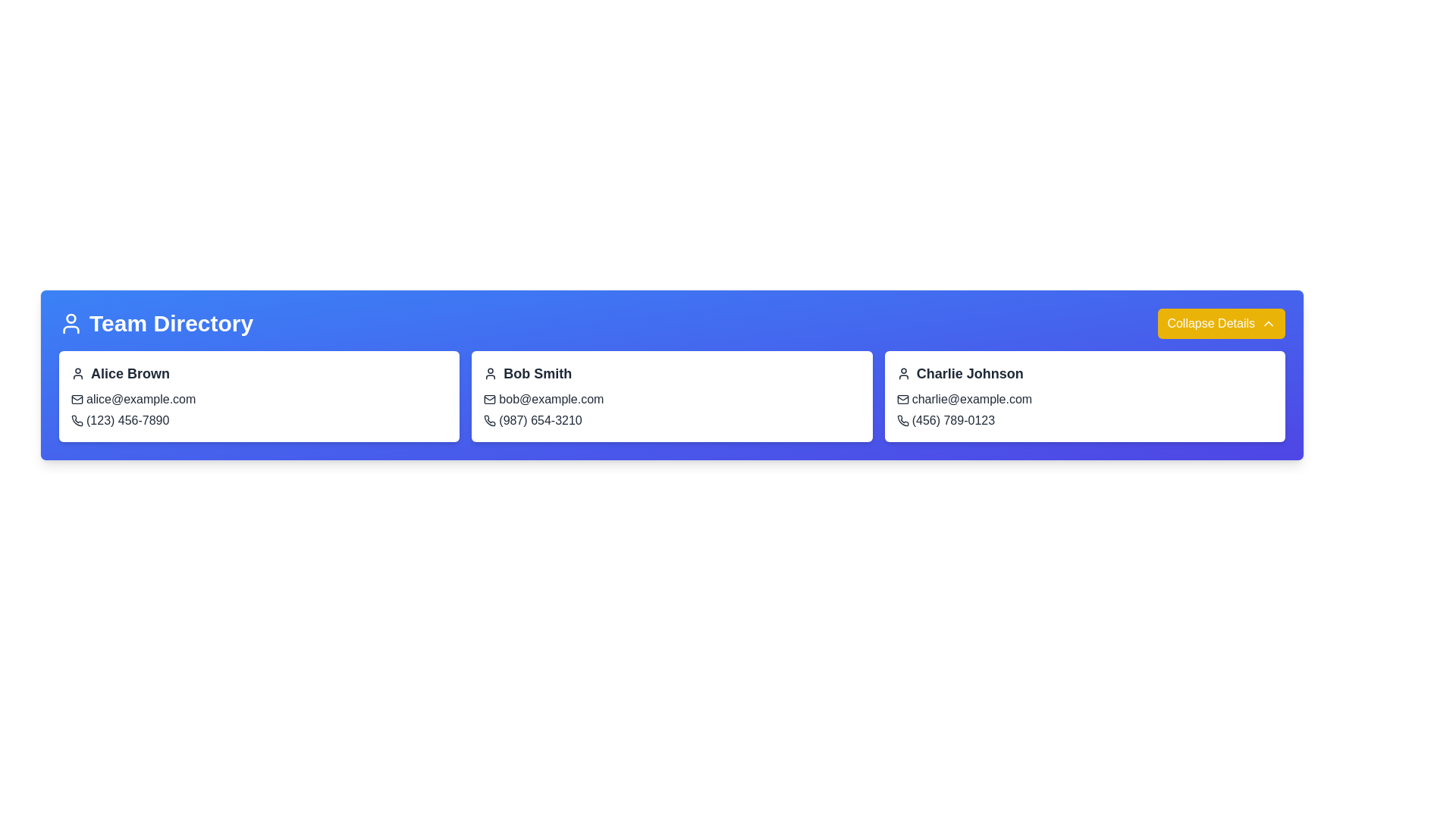 The width and height of the screenshot is (1456, 819). I want to click on the envelope icon representing the email of 'Alice Brown' located in the contact box to the left of 'alice@example.com', so click(76, 399).